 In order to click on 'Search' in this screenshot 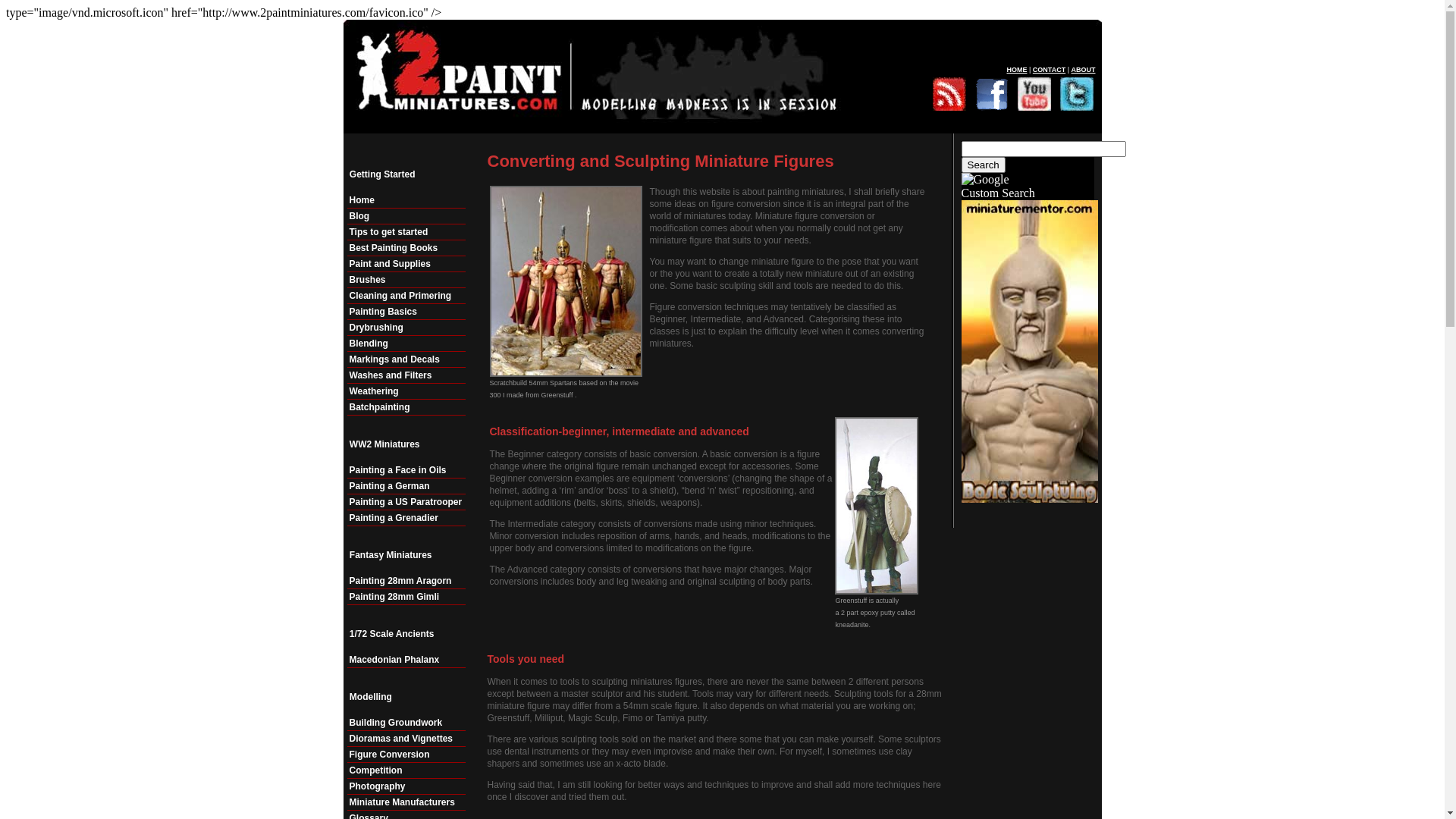, I will do `click(983, 165)`.